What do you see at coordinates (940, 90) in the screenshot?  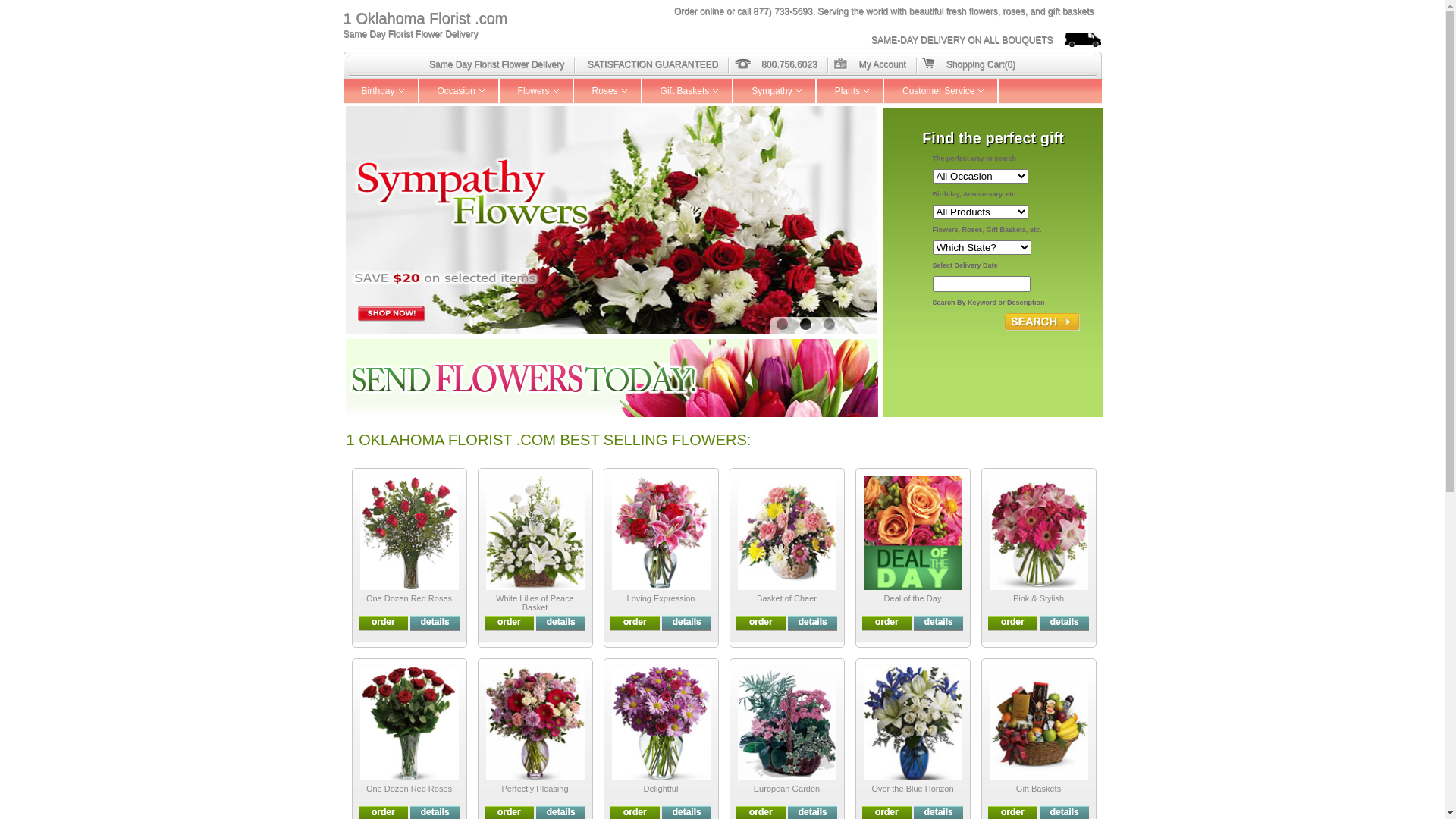 I see `'Customer Service'` at bounding box center [940, 90].